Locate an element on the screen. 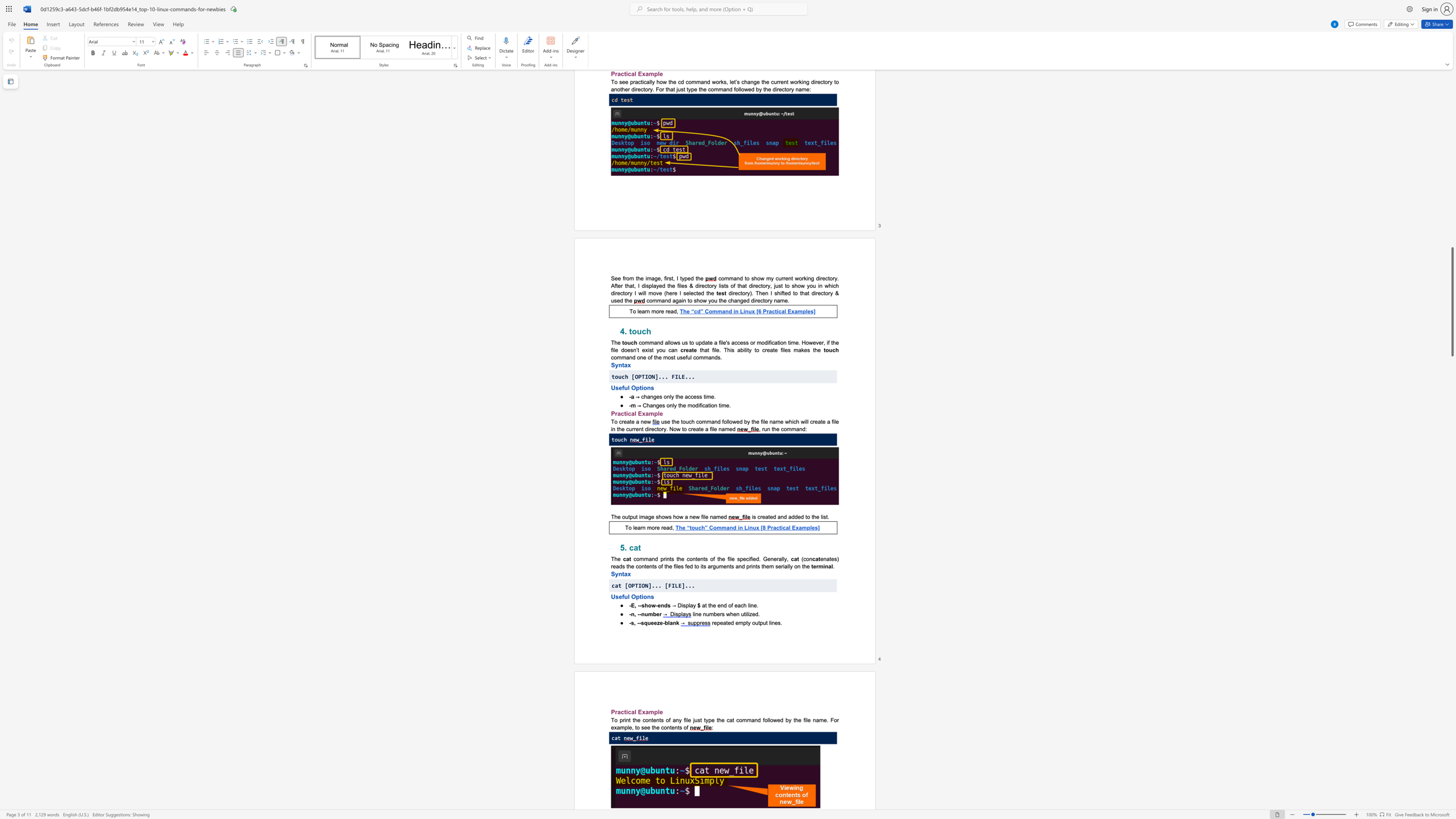 The width and height of the screenshot is (1456, 819). the subset text "t line" within the text "repeated empty output lines." is located at coordinates (765, 622).